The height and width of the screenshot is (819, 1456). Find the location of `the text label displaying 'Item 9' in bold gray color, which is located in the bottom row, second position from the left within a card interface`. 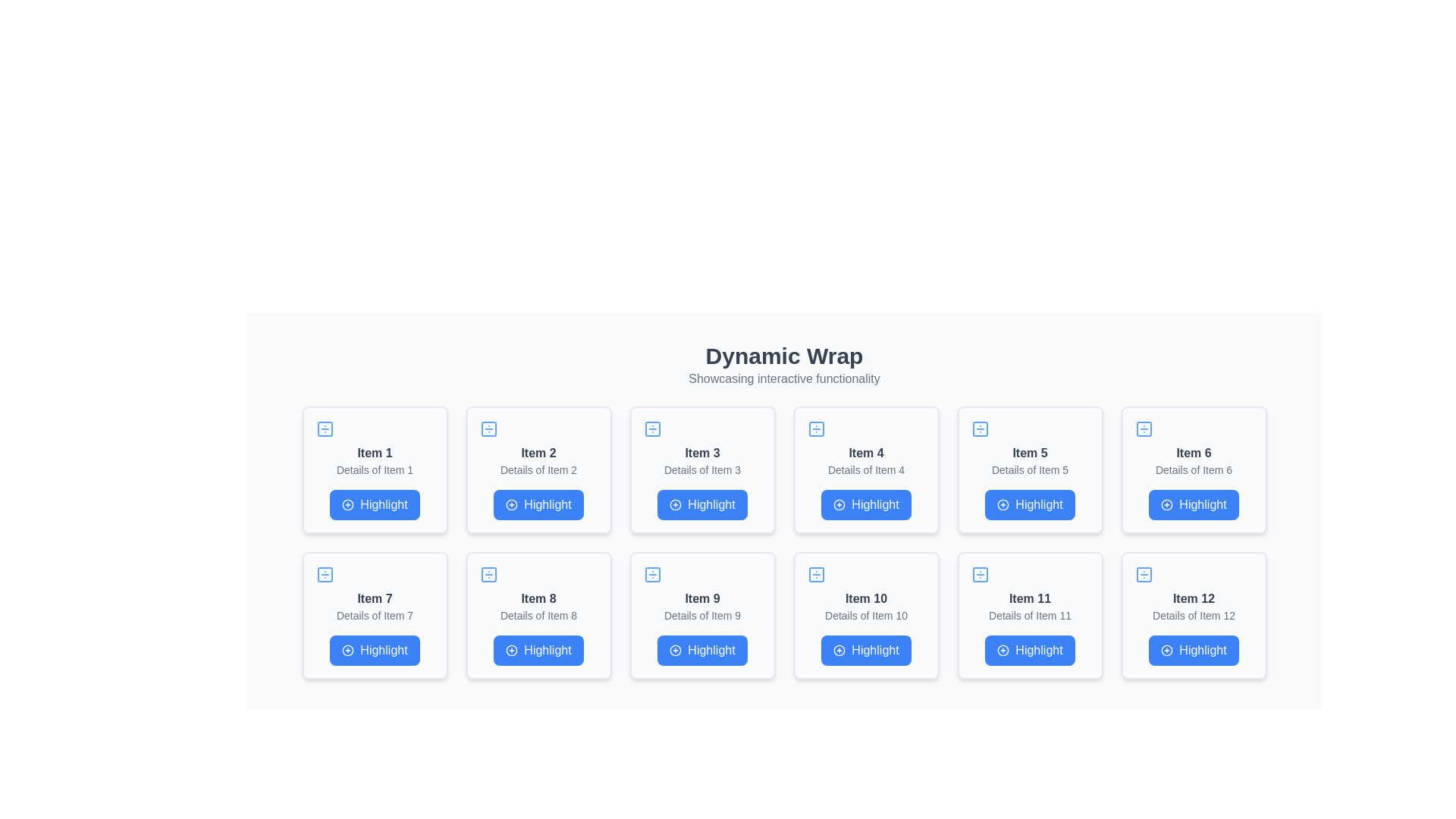

the text label displaying 'Item 9' in bold gray color, which is located in the bottom row, second position from the left within a card interface is located at coordinates (701, 598).